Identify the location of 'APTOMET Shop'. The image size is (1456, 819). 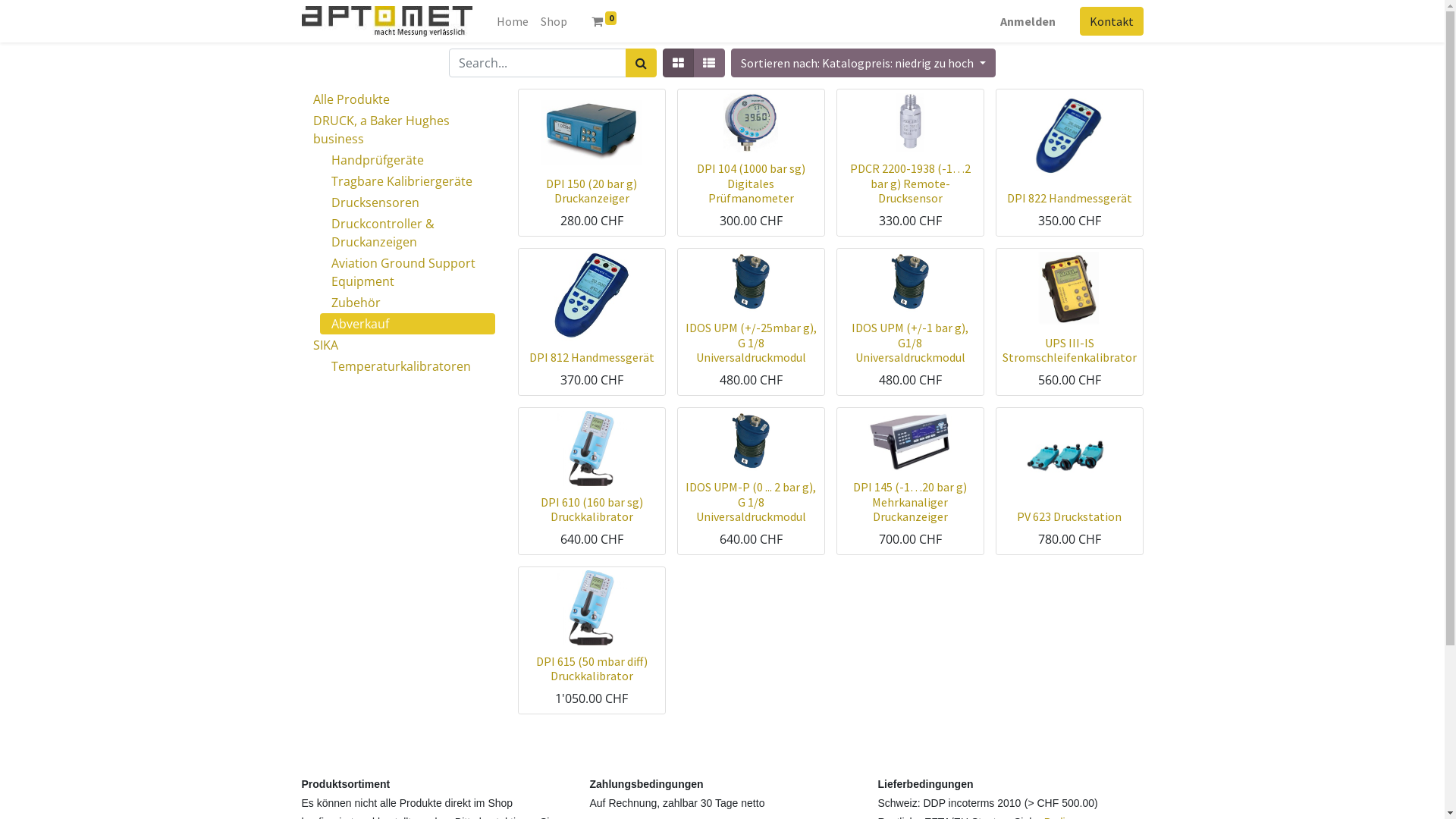
(387, 20).